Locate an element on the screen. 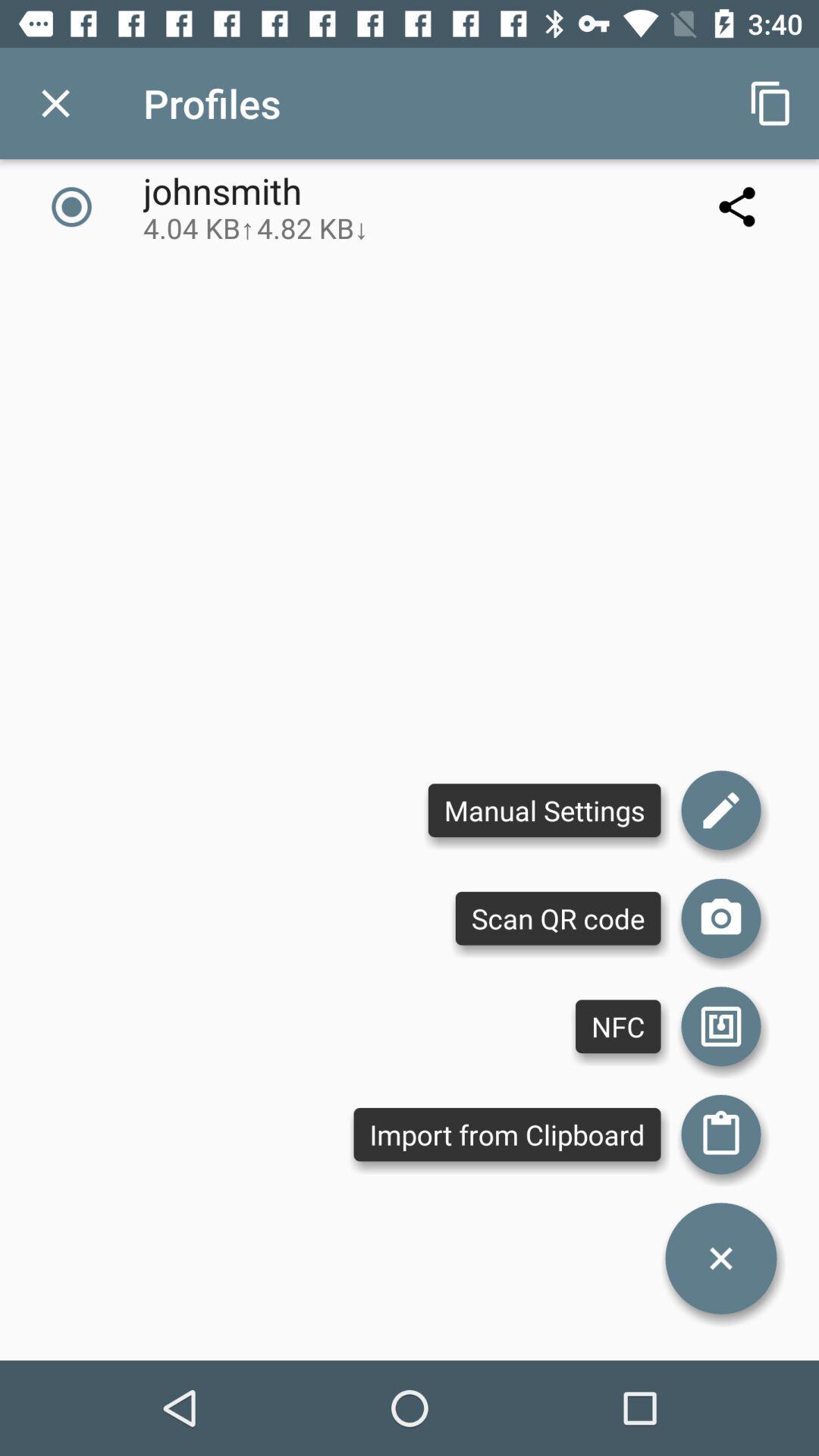 The height and width of the screenshot is (1456, 819). the close icon is located at coordinates (720, 1258).